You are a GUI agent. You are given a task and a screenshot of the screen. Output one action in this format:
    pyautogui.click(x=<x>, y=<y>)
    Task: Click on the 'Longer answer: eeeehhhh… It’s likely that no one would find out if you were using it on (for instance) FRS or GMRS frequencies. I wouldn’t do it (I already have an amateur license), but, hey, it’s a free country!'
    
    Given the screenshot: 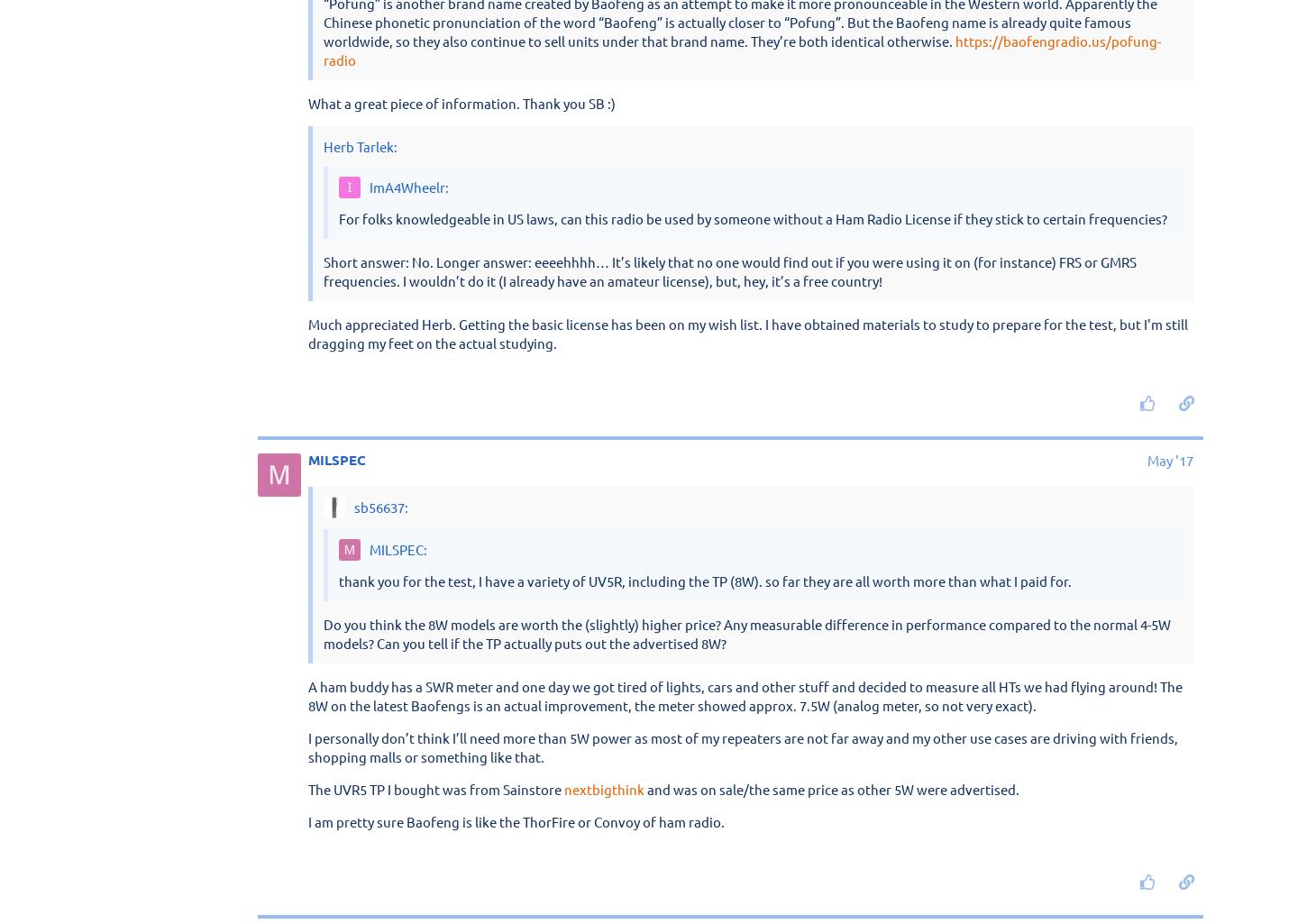 What is the action you would take?
    pyautogui.click(x=745, y=233)
    